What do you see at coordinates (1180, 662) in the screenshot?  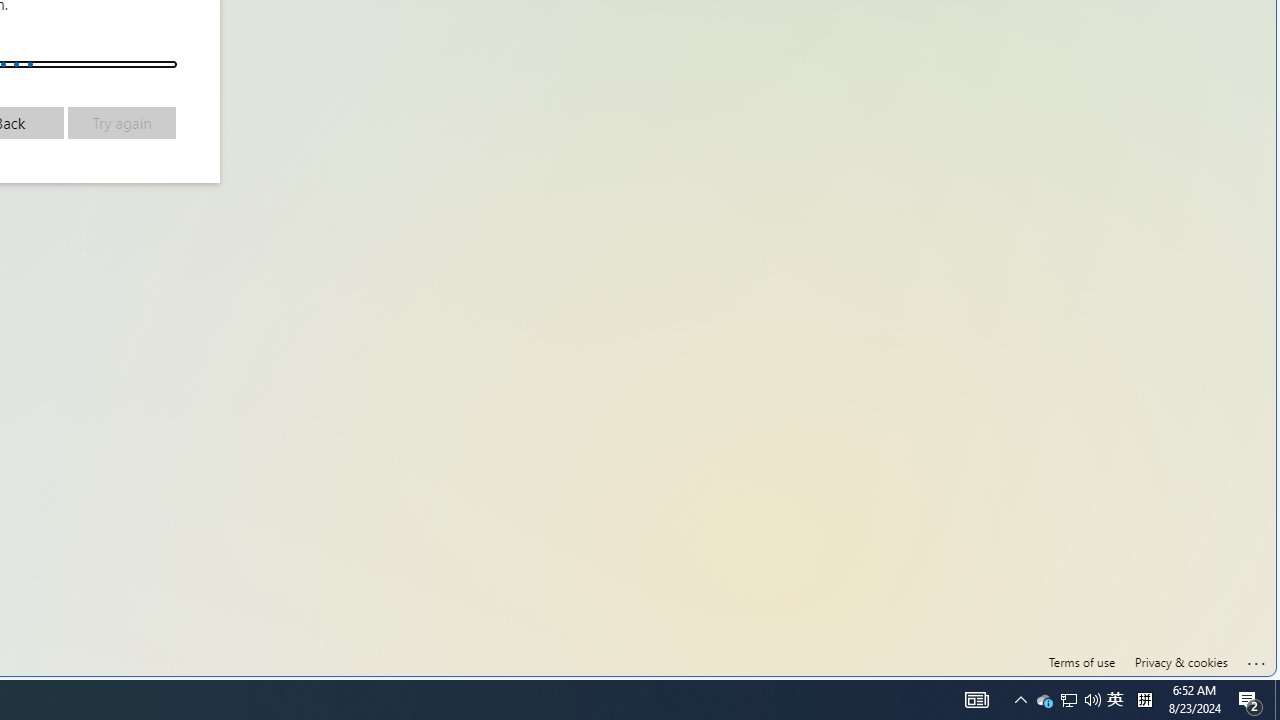 I see `'Privacy & cookies'` at bounding box center [1180, 662].